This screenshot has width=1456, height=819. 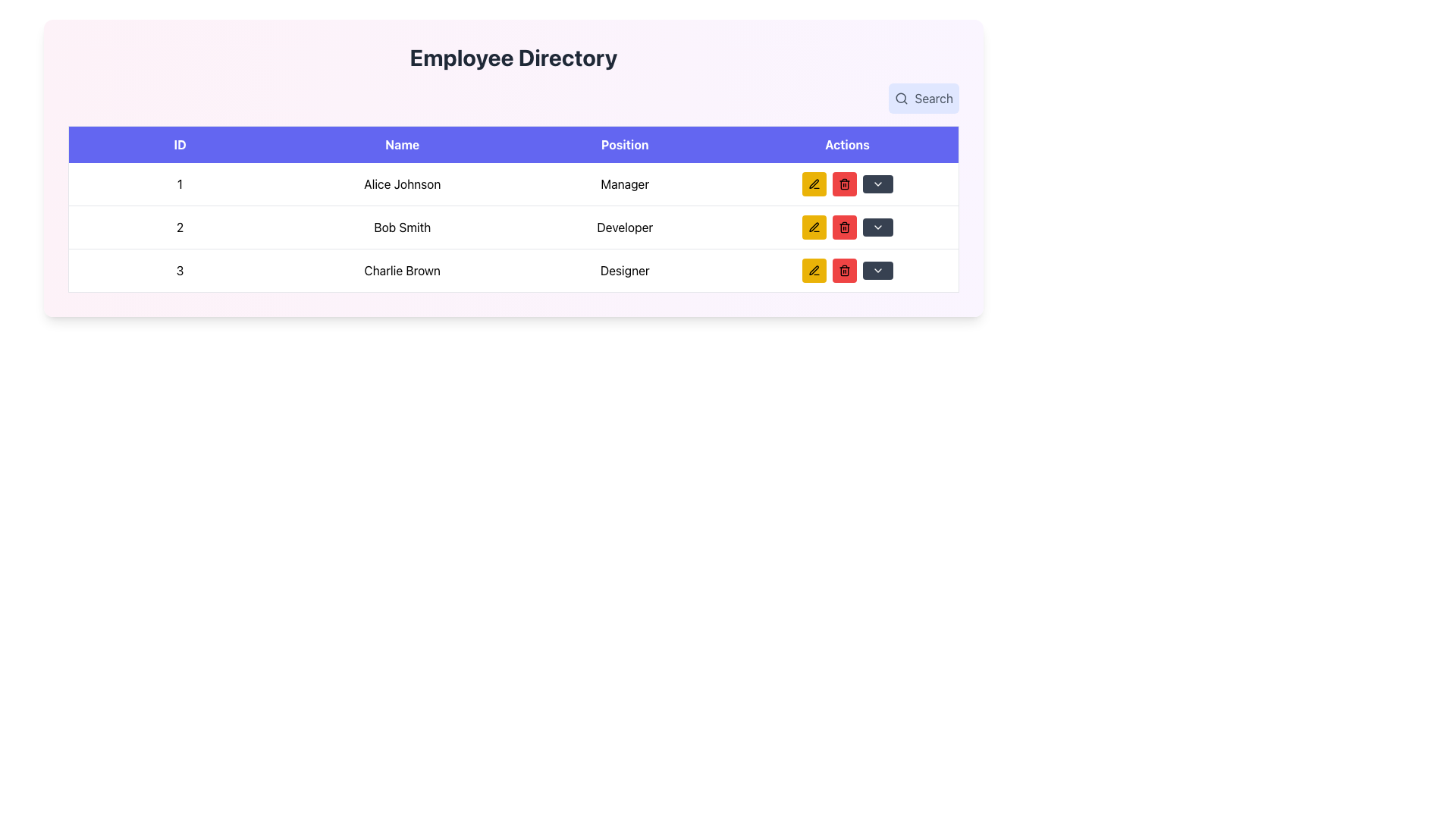 I want to click on text label displaying the job position in the second row of the table, which is aligned with the 'Bob Smith' text in the 'Name' column, so click(x=625, y=227).